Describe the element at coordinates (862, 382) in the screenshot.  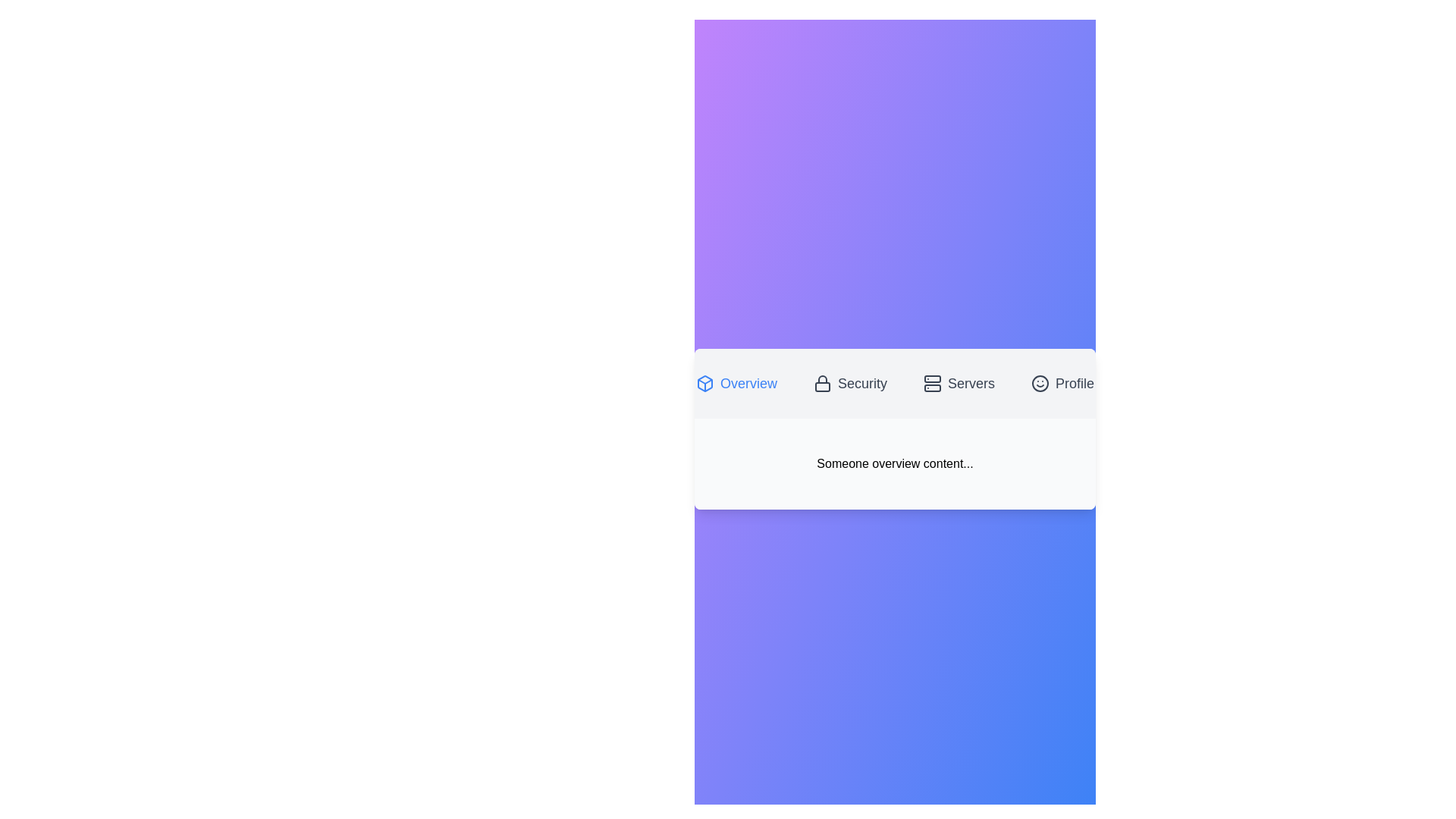
I see `the 'Security' text label, which is part of the navigation menu and located next to a lock icon` at that location.